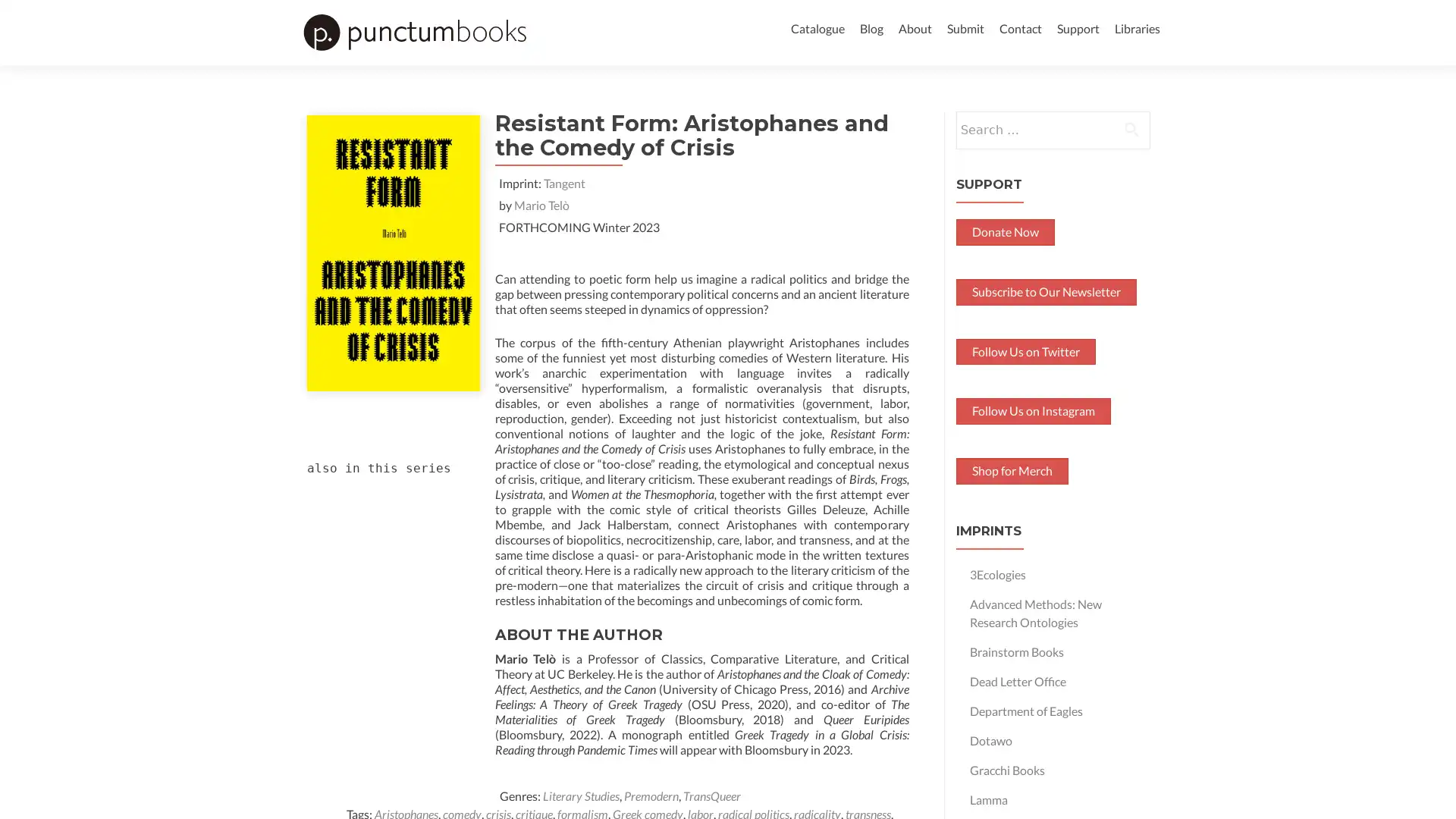 This screenshot has width=1456, height=819. I want to click on Search, so click(1131, 155).